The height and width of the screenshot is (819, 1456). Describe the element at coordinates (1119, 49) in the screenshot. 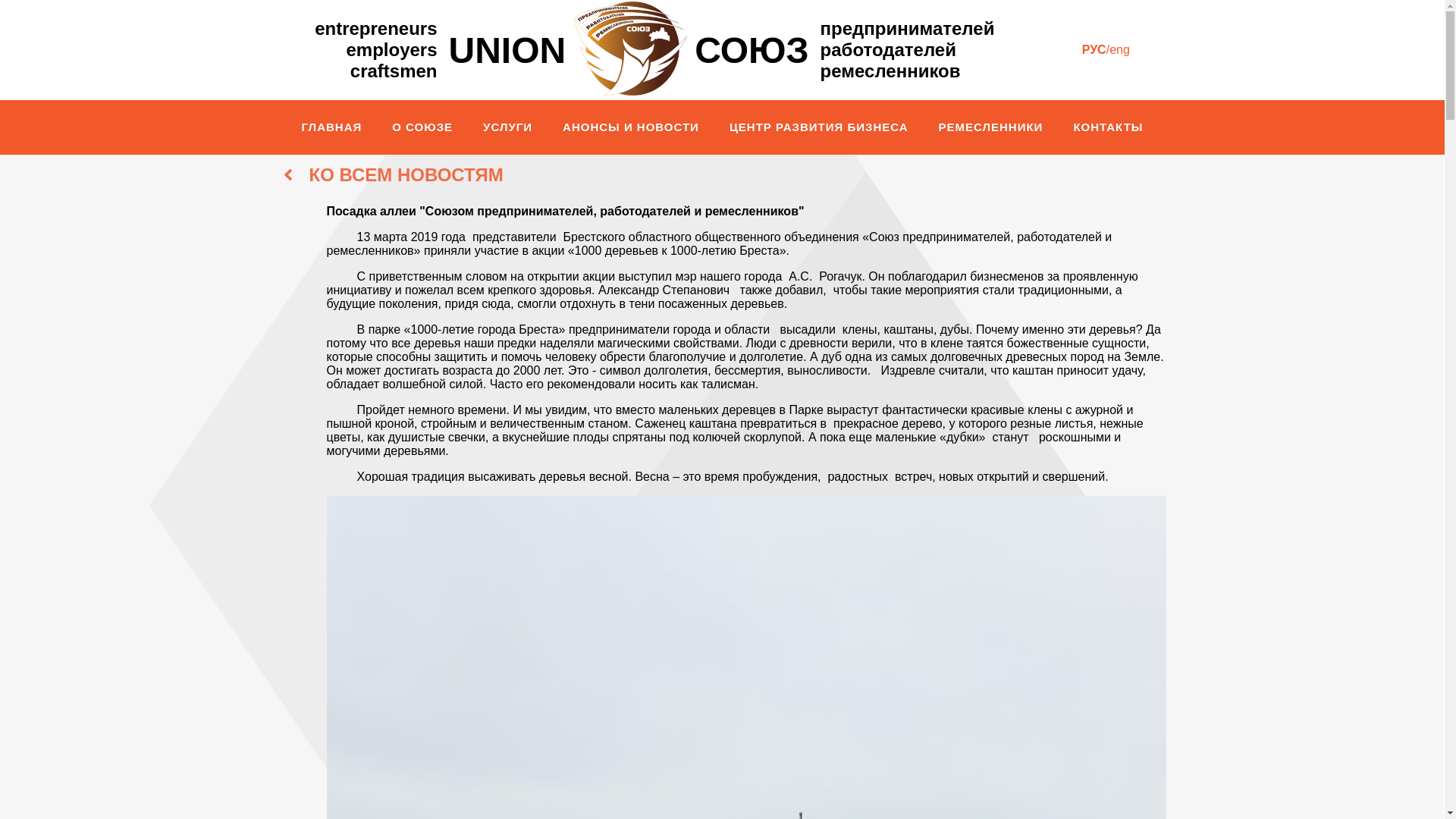

I see `'eng'` at that location.